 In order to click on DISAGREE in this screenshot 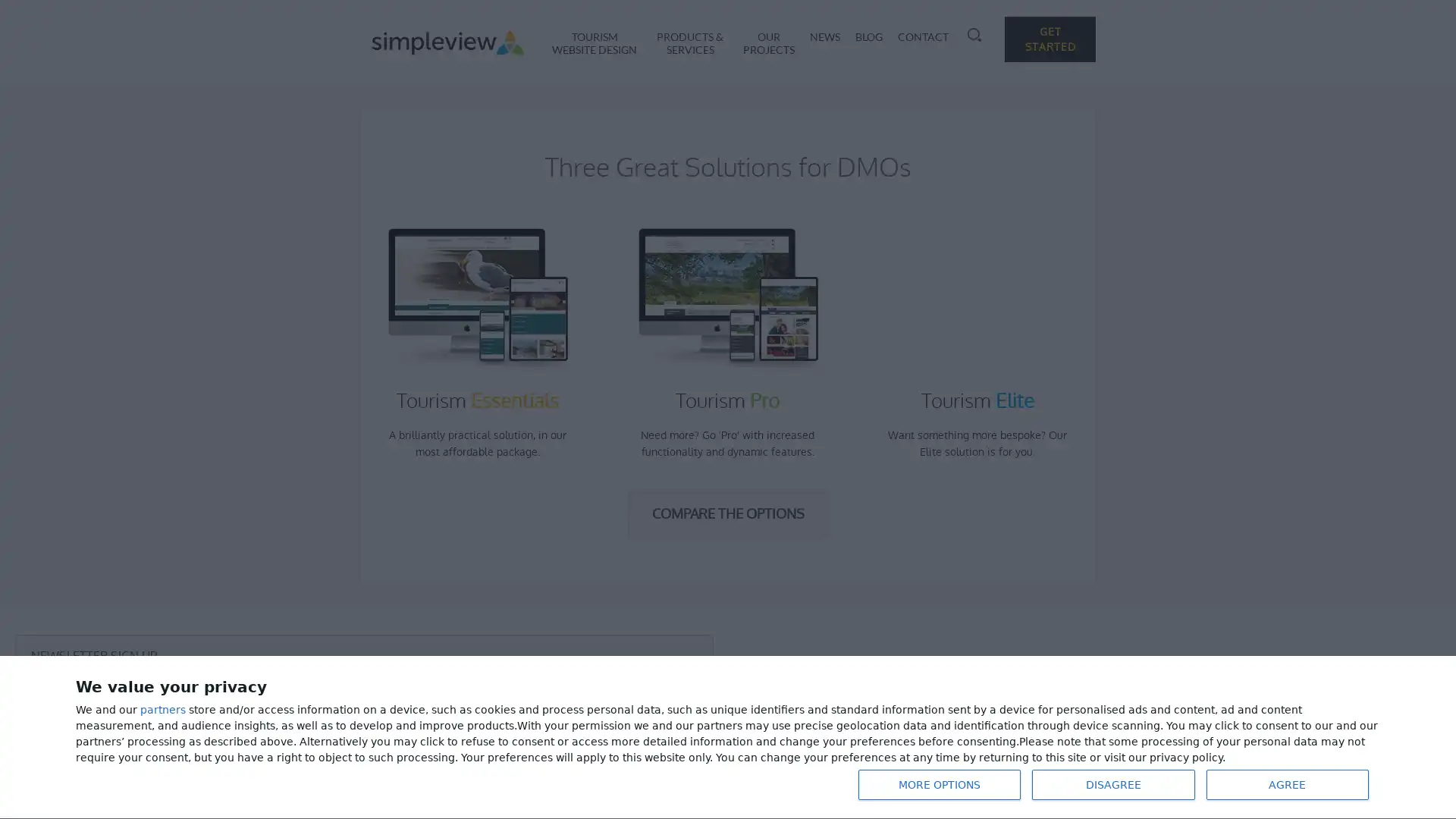, I will do `click(1113, 784)`.